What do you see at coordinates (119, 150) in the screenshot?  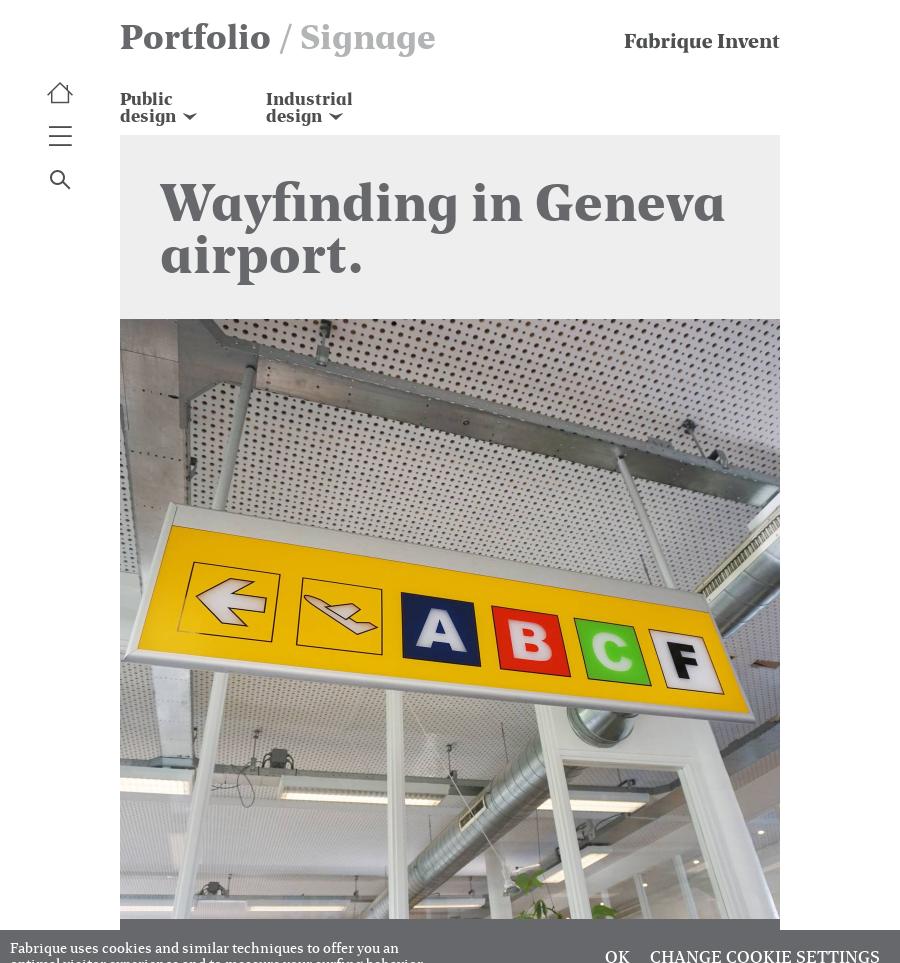 I see `'Public transport  facilities'` at bounding box center [119, 150].